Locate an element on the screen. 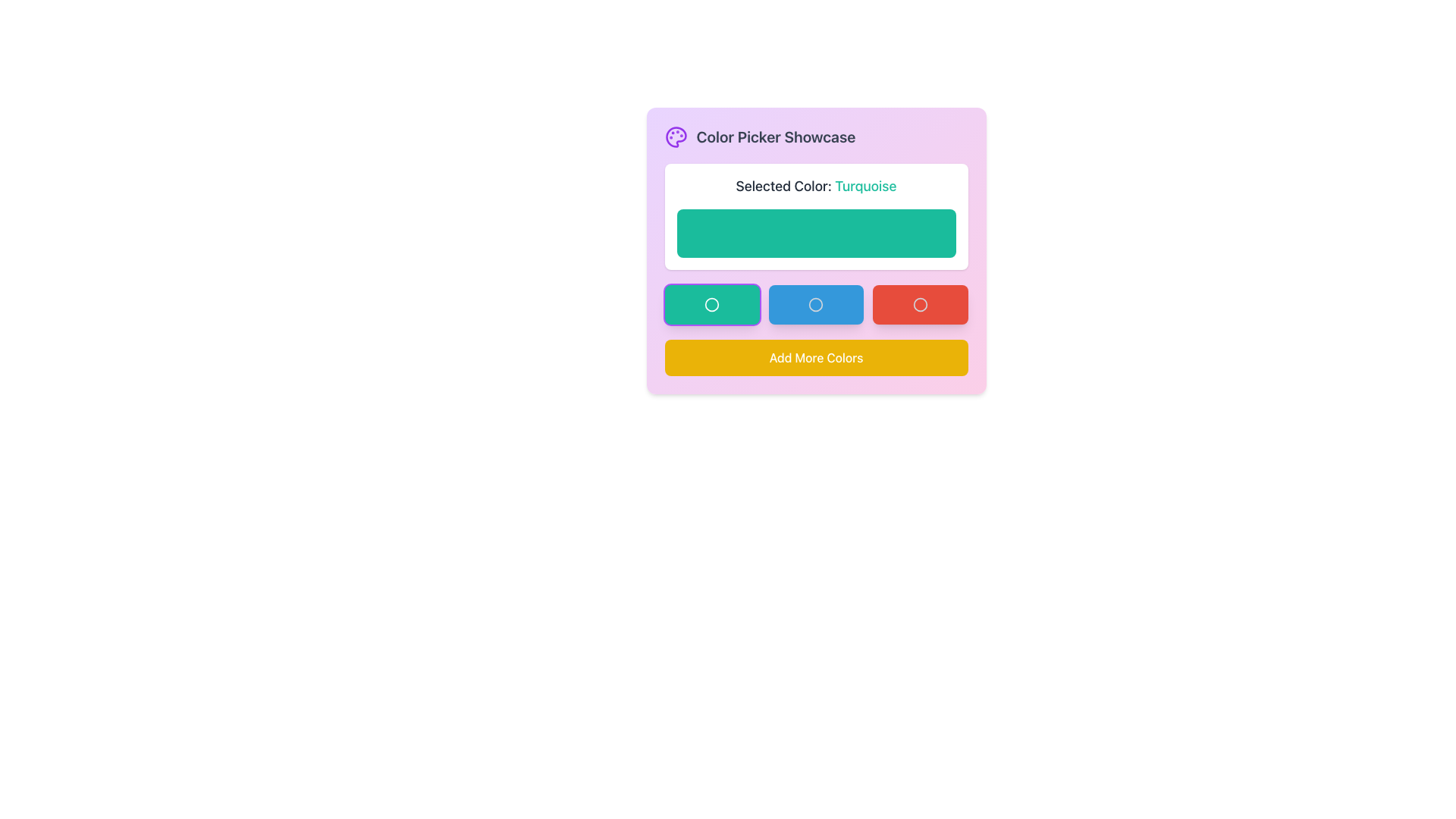 The image size is (1456, 819). the text label that states 'Selected Color: Turquoise', which is styled with a medium font size and centered alignment, located above a turquoise rectangular box is located at coordinates (815, 186).